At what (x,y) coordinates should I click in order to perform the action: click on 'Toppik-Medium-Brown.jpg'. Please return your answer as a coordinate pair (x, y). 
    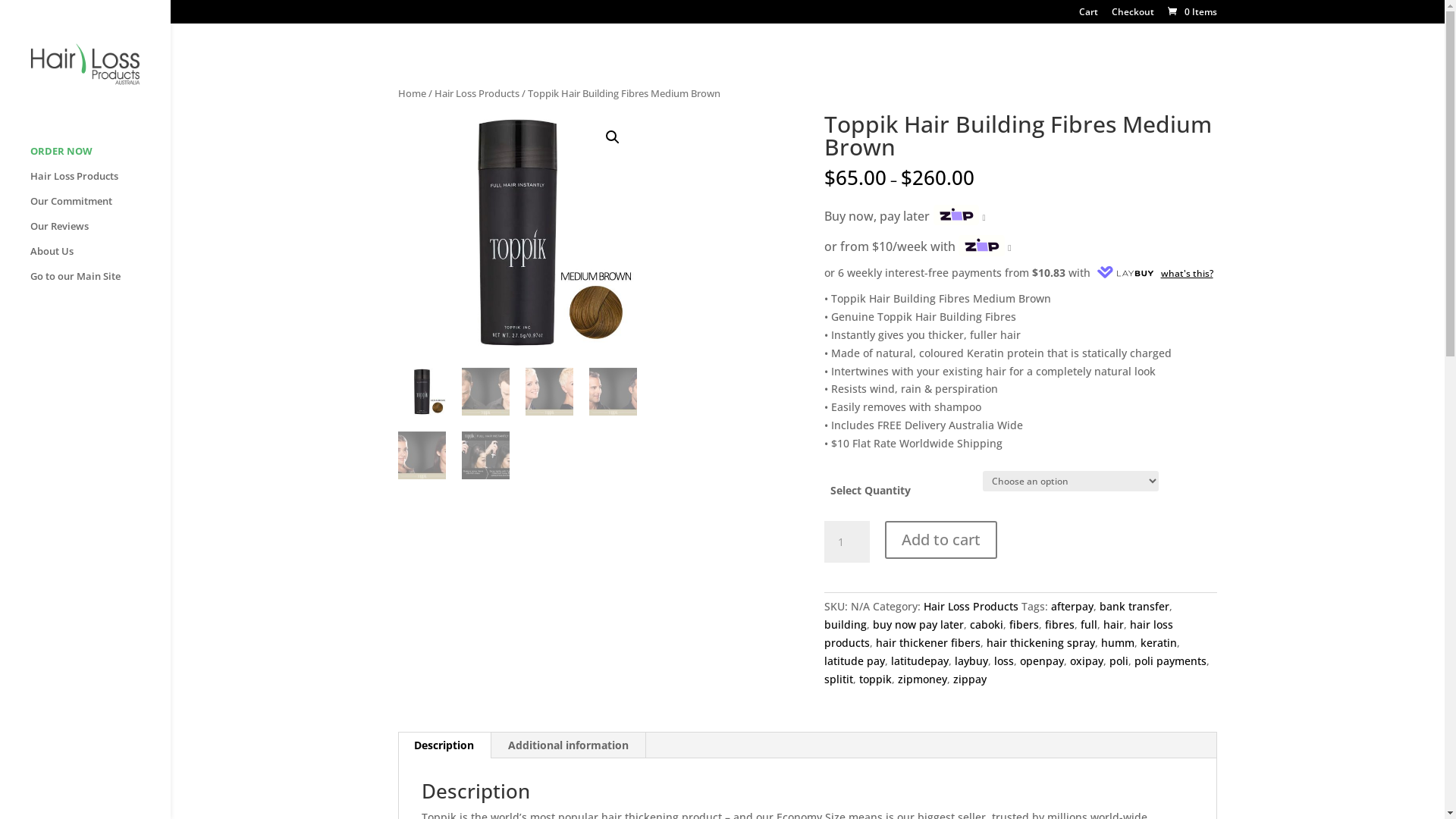
    Looking at the image, I should click on (517, 232).